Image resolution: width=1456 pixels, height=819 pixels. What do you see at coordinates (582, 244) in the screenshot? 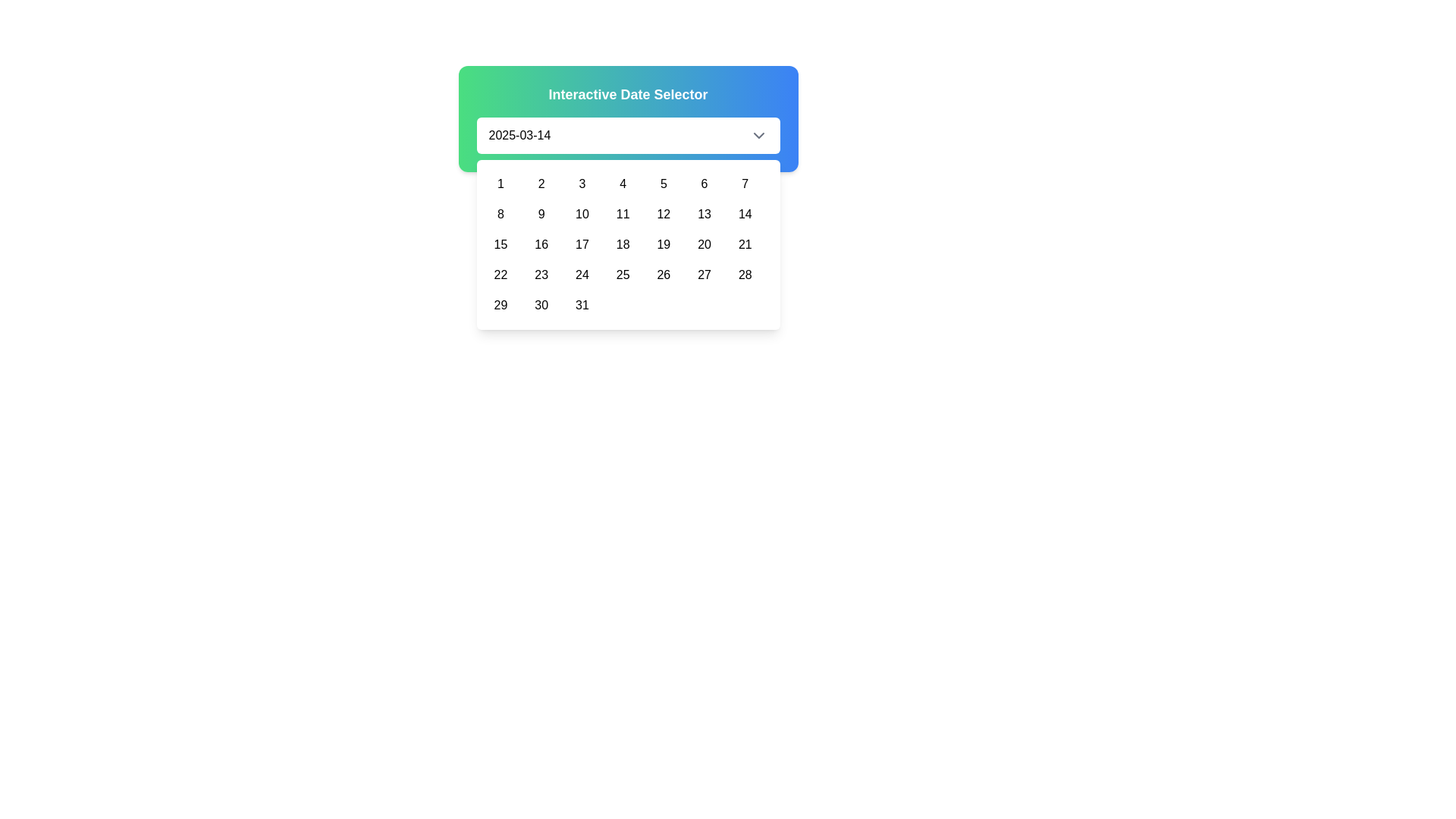
I see `the selectable date button representing the 17th day` at bounding box center [582, 244].